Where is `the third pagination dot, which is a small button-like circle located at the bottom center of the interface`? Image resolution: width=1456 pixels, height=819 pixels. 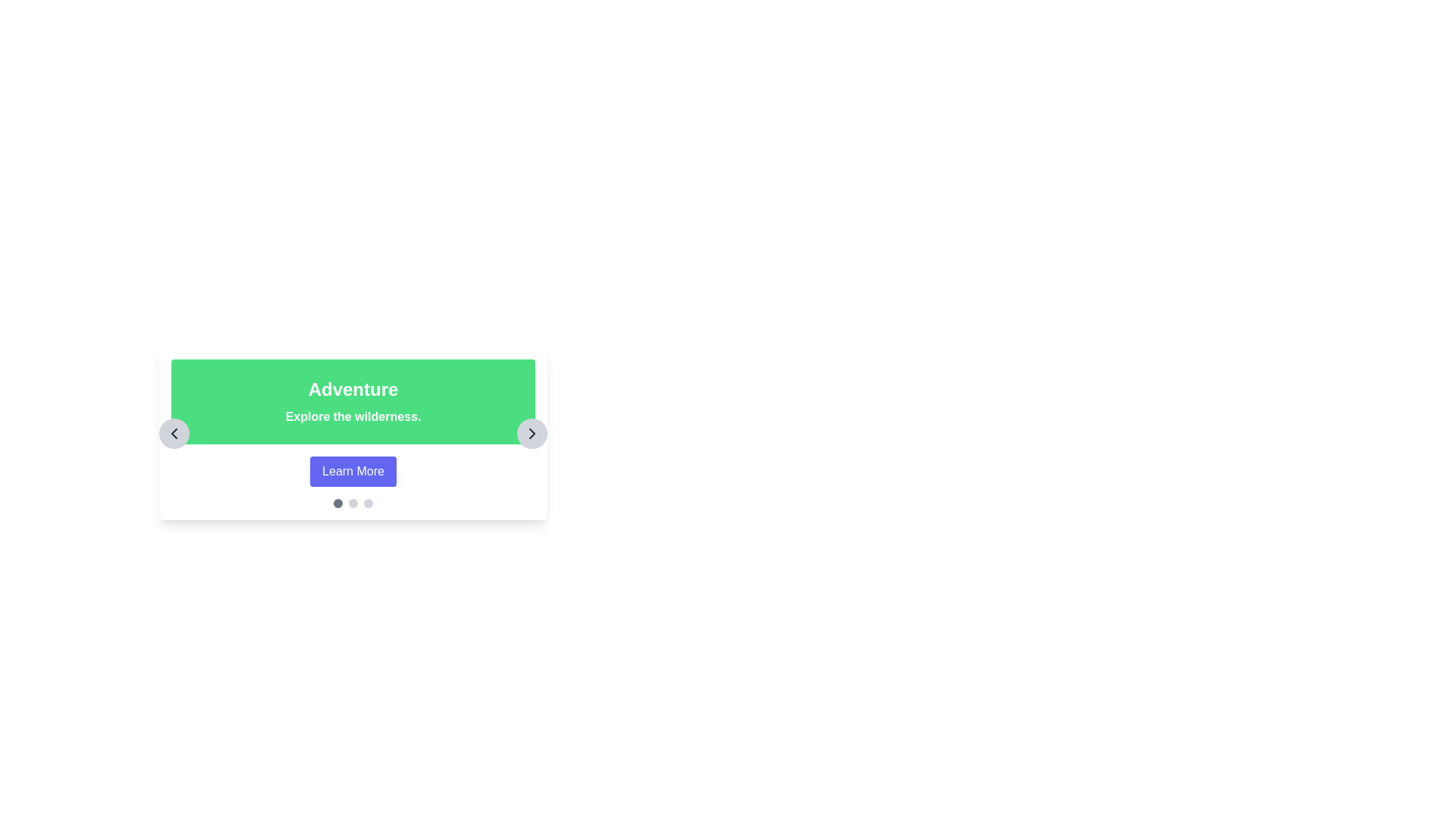
the third pagination dot, which is a small button-like circle located at the bottom center of the interface is located at coordinates (368, 503).